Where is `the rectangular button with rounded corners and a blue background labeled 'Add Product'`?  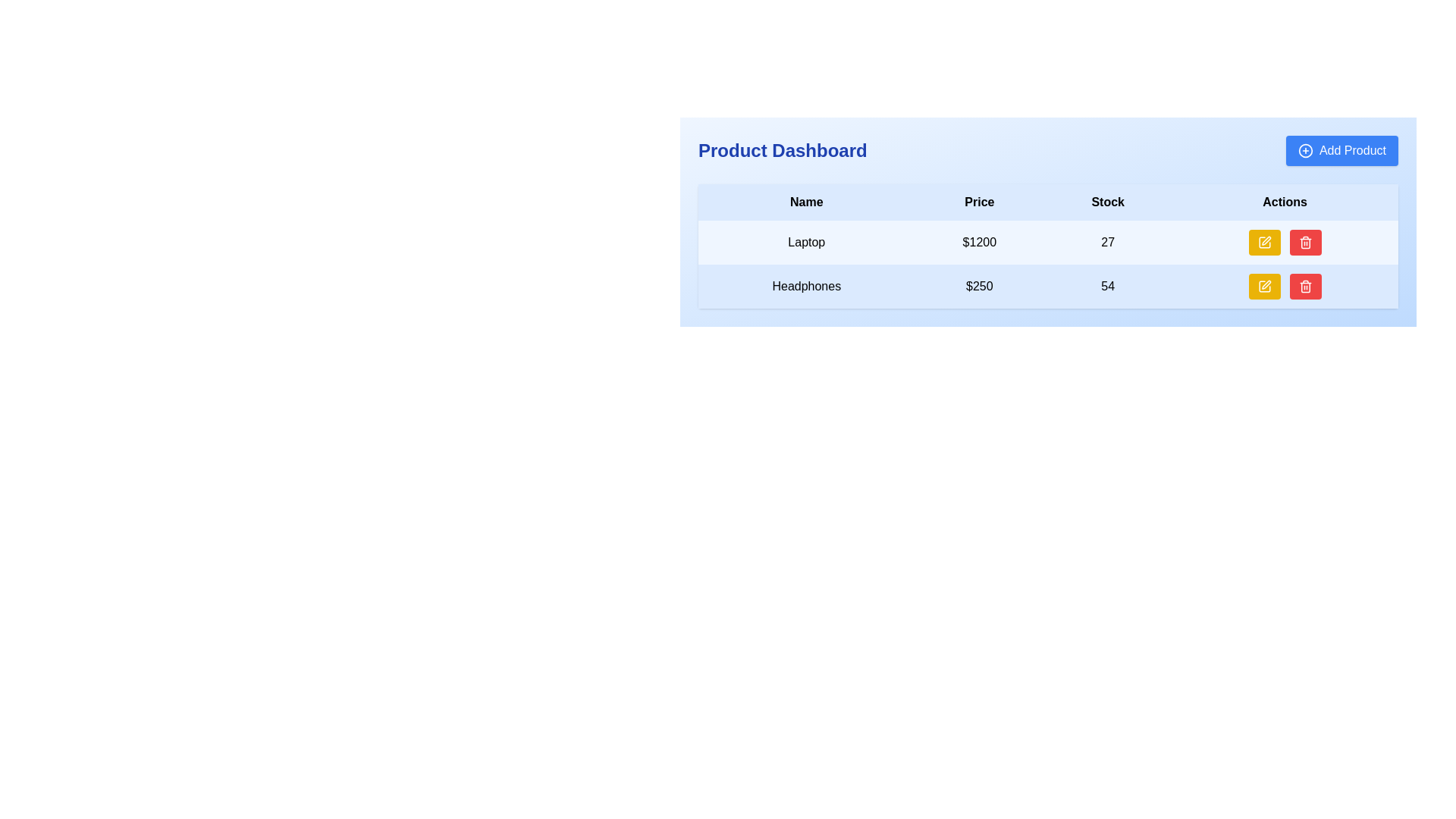 the rectangular button with rounded corners and a blue background labeled 'Add Product' is located at coordinates (1342, 151).